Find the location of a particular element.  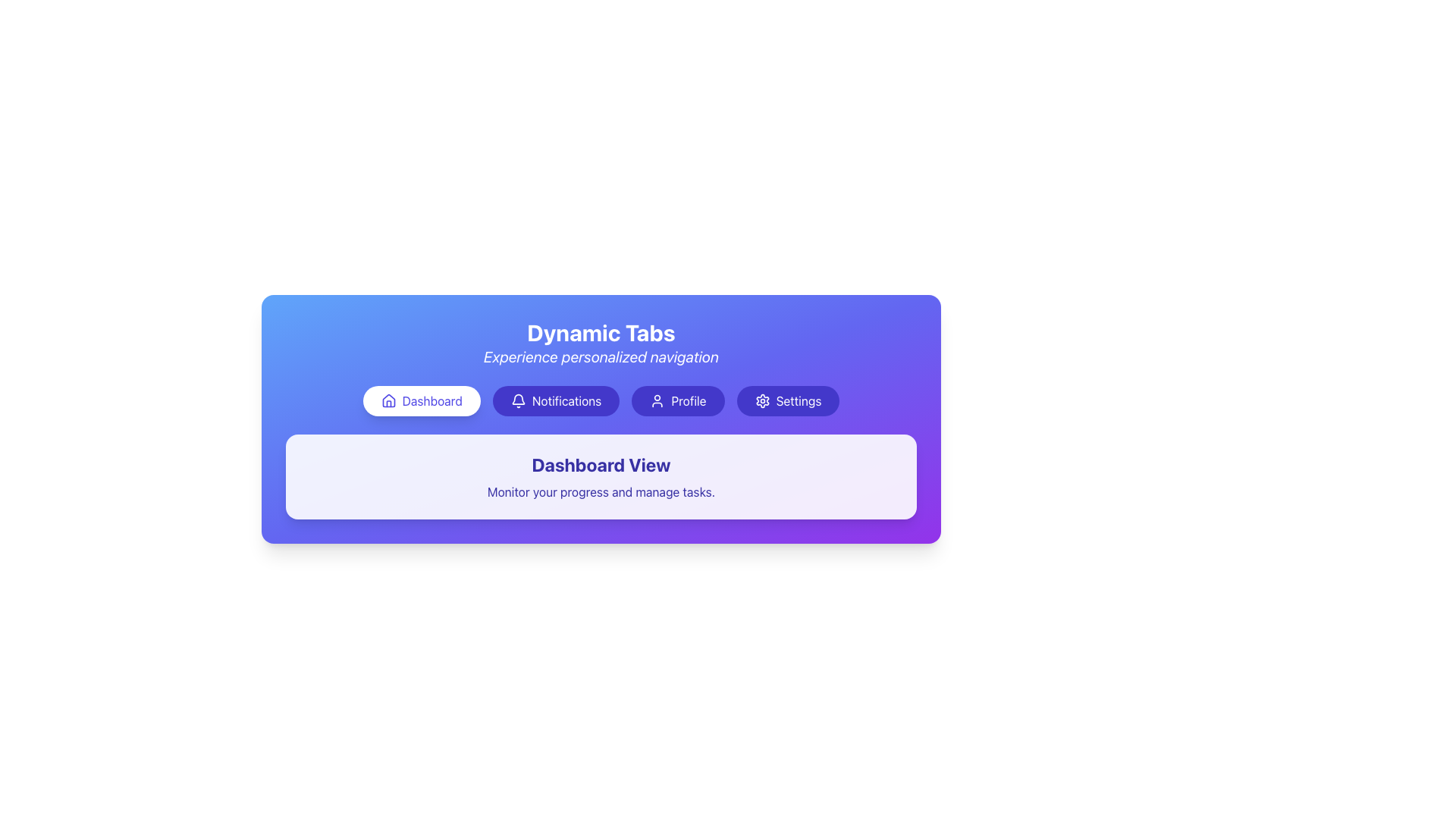

the header Static Text element that indicates the purpose or theme of the content below, positioned above 'Experience personalized navigation' is located at coordinates (600, 332).